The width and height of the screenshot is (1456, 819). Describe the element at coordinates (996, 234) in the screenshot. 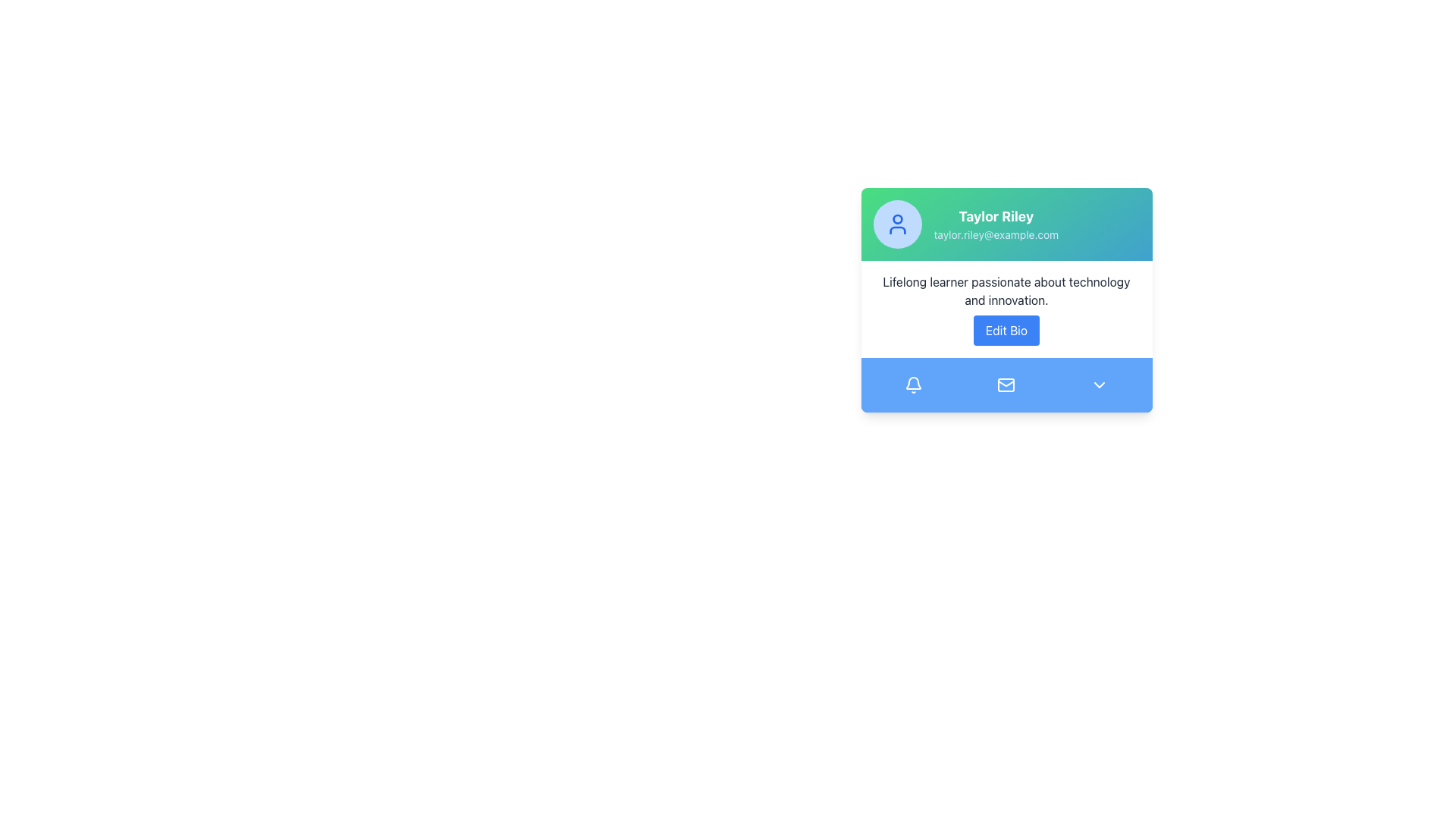

I see `the text label displaying the email address 'taylor.riley@example.com', which is styled in light blue and positioned below the name 'Taylor Riley' in the profile card layout` at that location.